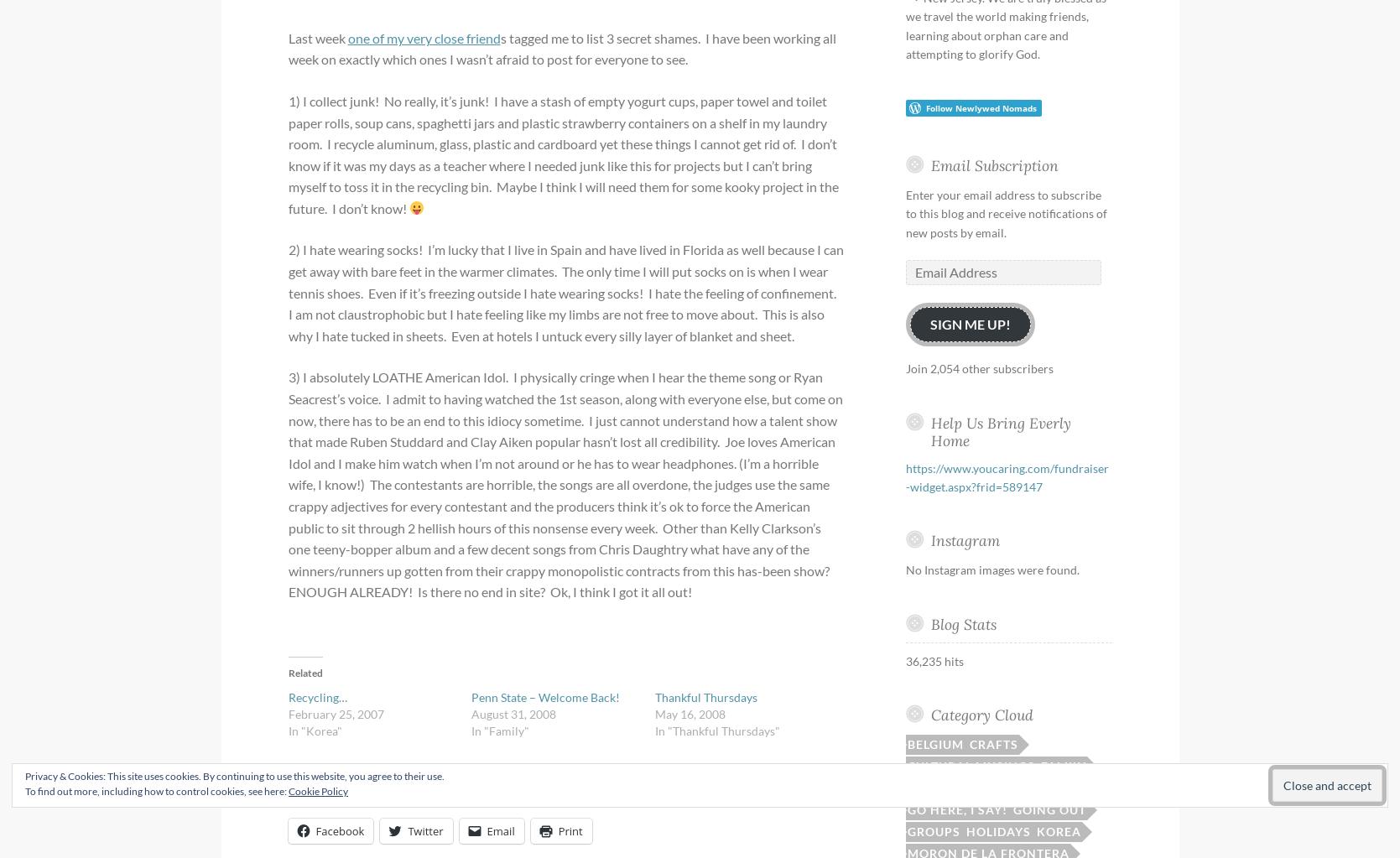  I want to click on 'Instagram', so click(963, 540).